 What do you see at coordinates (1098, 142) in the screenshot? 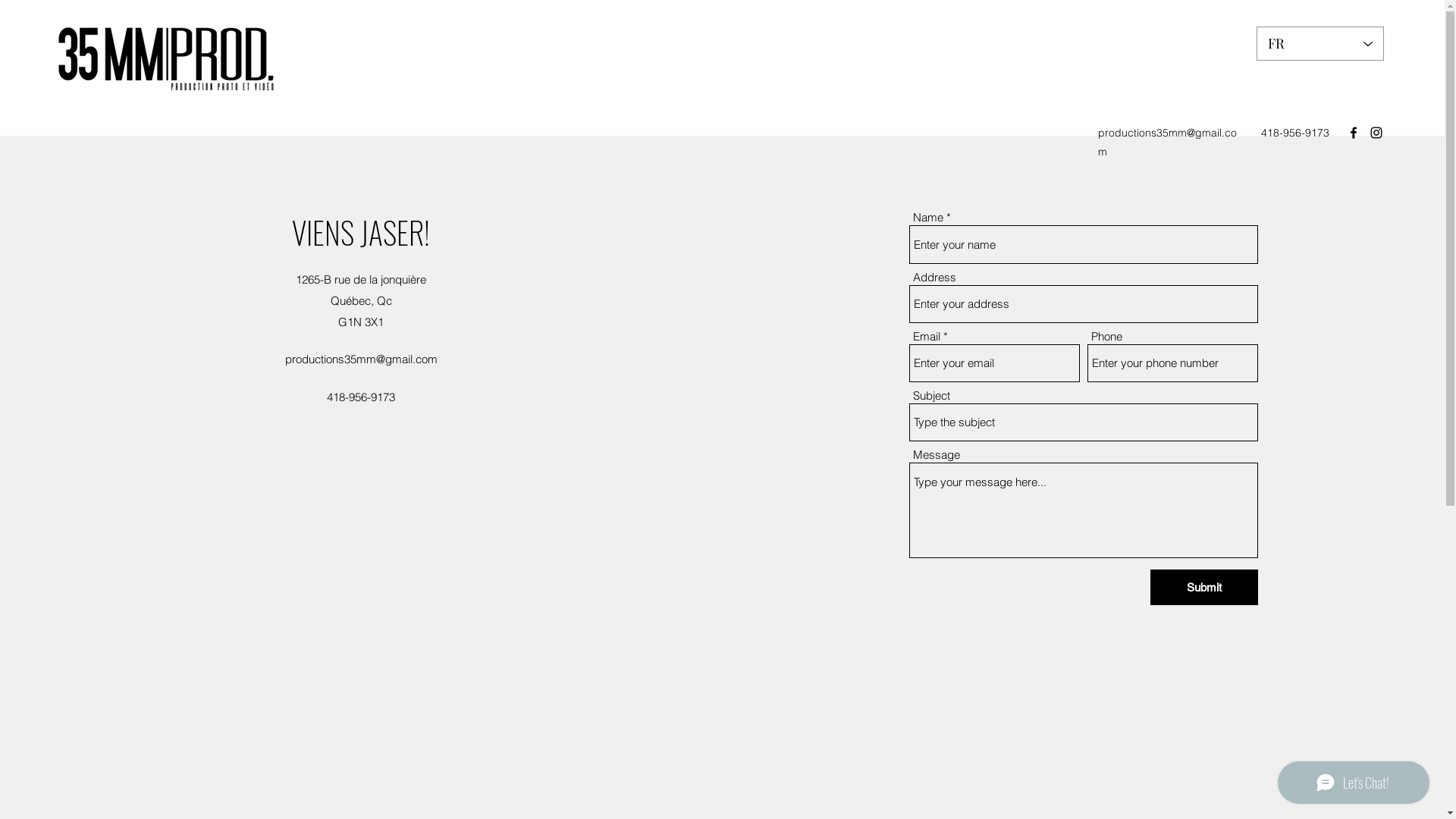
I see `'productions35mm@gmail.com'` at bounding box center [1098, 142].